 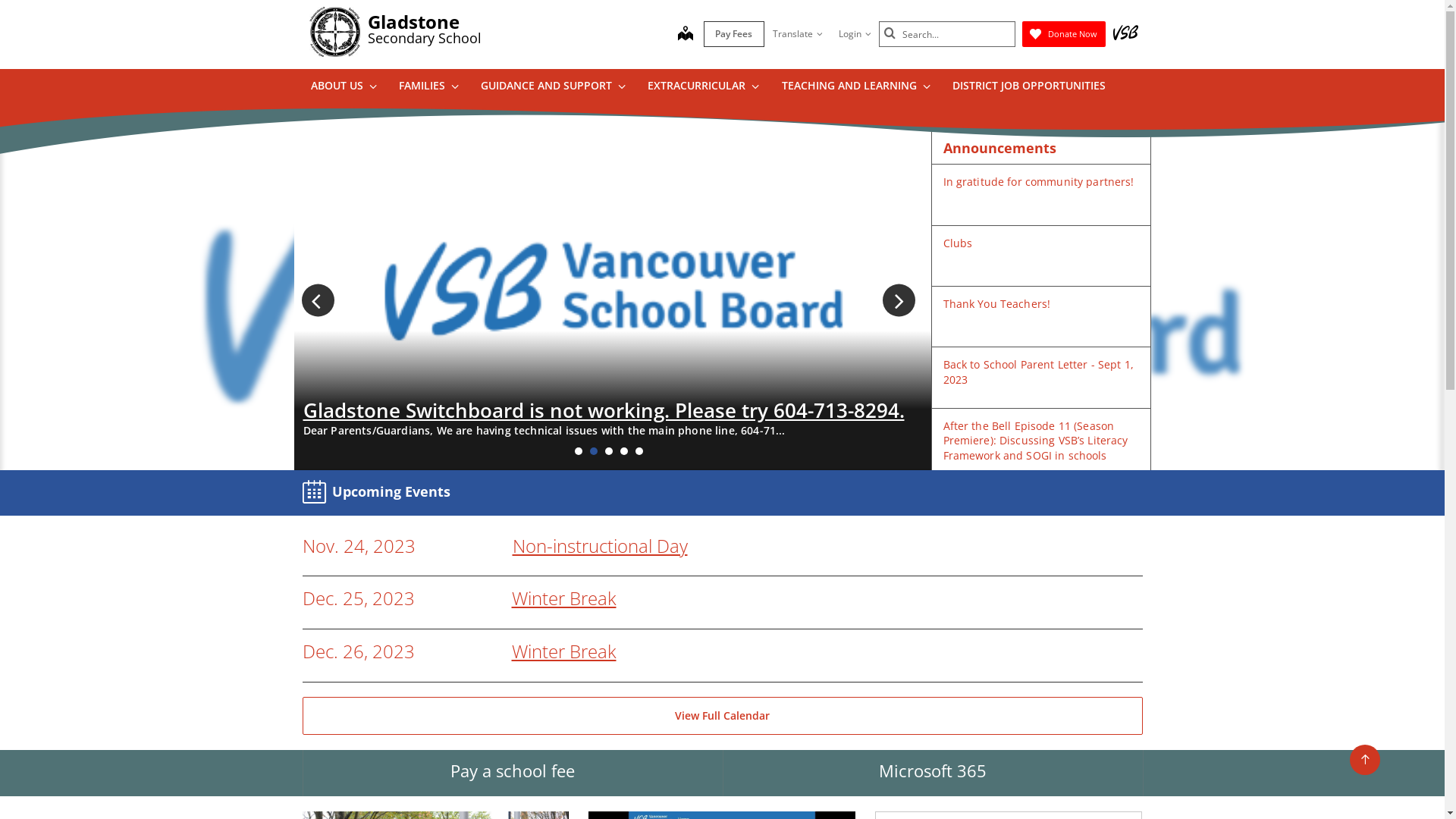 What do you see at coordinates (796, 34) in the screenshot?
I see `'Translate'` at bounding box center [796, 34].